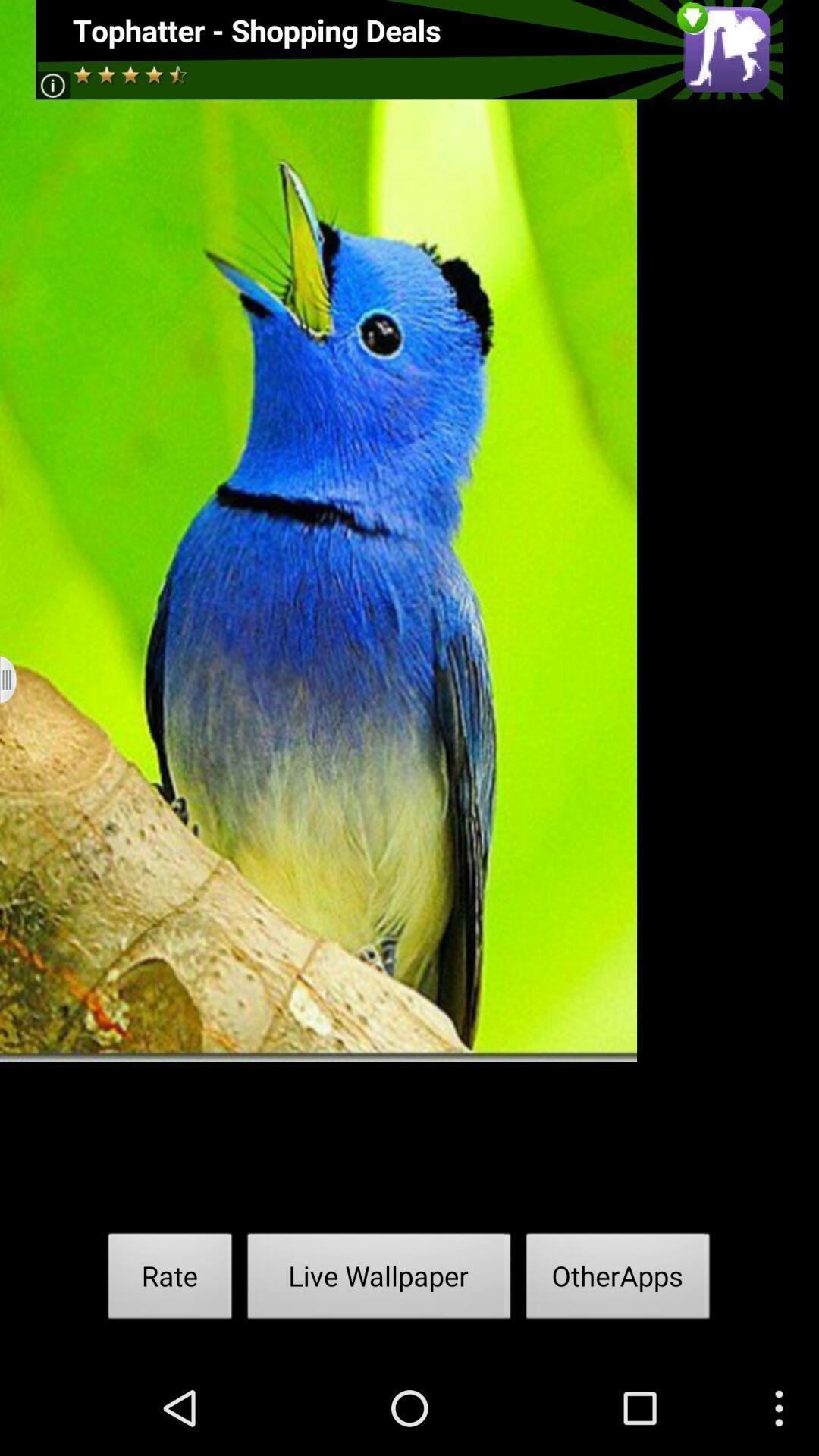 This screenshot has height=1456, width=819. I want to click on advatisment, so click(408, 49).